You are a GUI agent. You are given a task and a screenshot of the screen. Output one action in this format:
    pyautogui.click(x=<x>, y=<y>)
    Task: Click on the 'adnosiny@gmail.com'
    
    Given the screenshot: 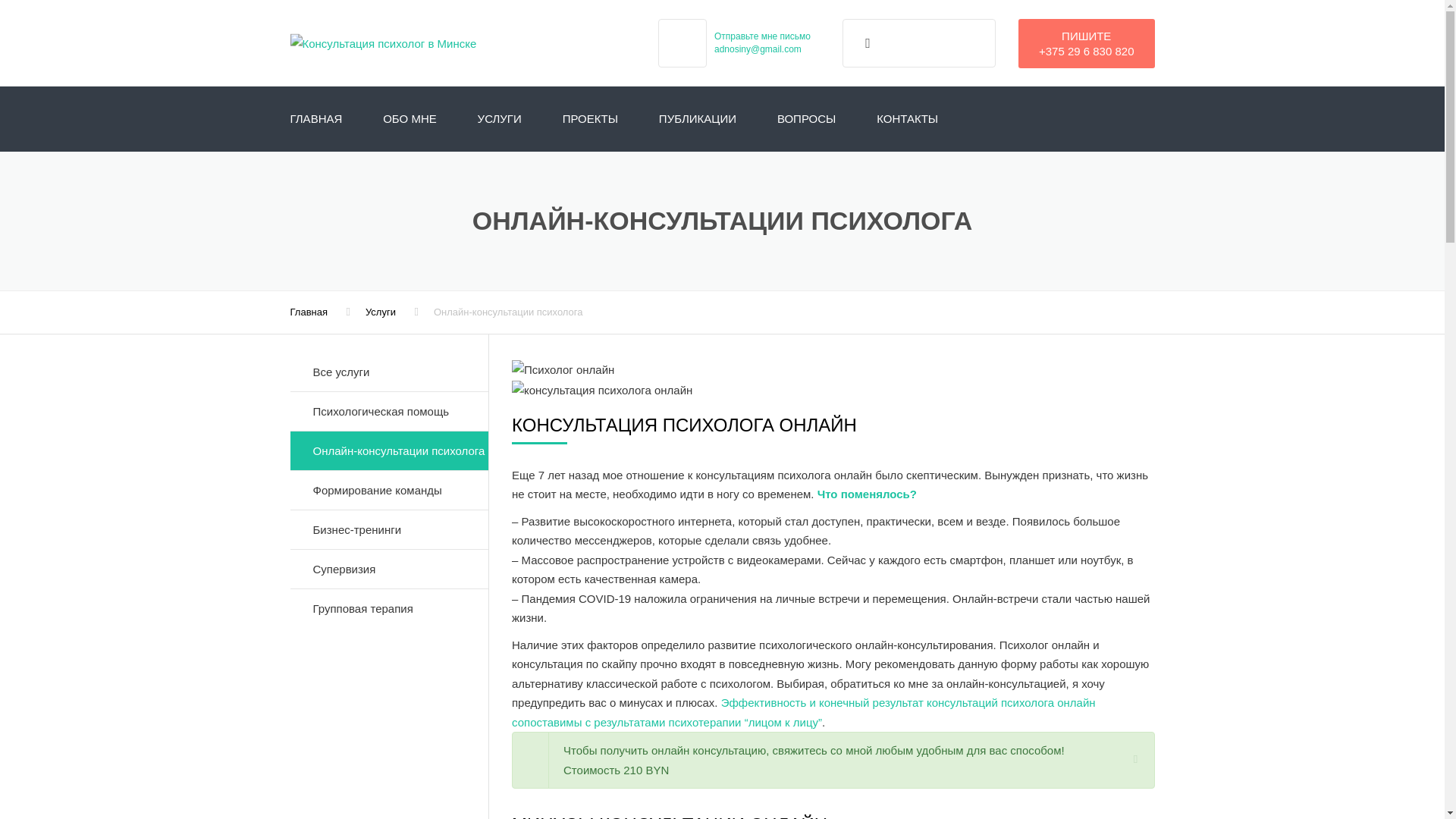 What is the action you would take?
    pyautogui.click(x=758, y=49)
    